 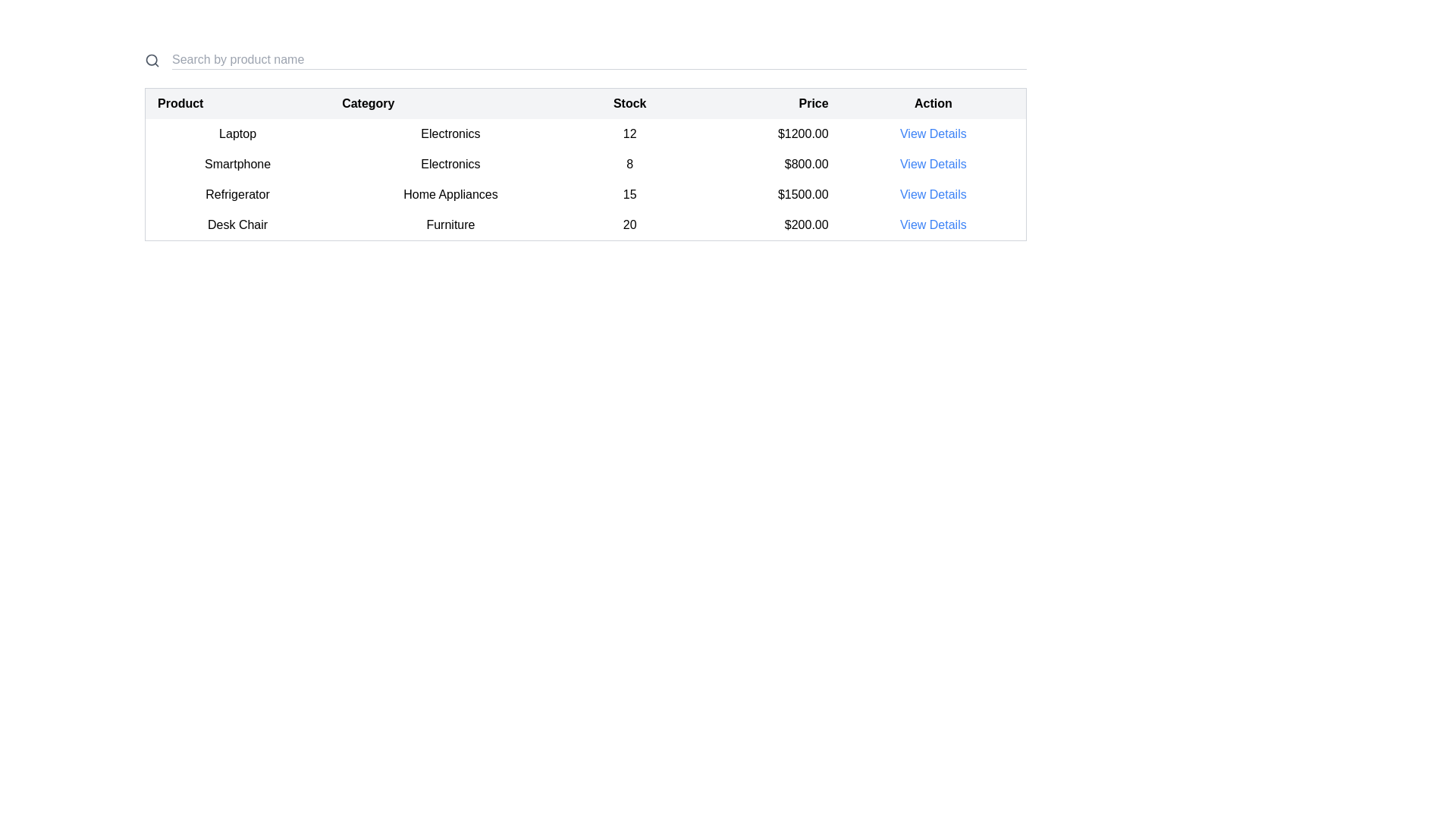 I want to click on the Text label that denotes the name of a product listed in the third row of the 'Product' column in the inventory table, so click(x=237, y=194).